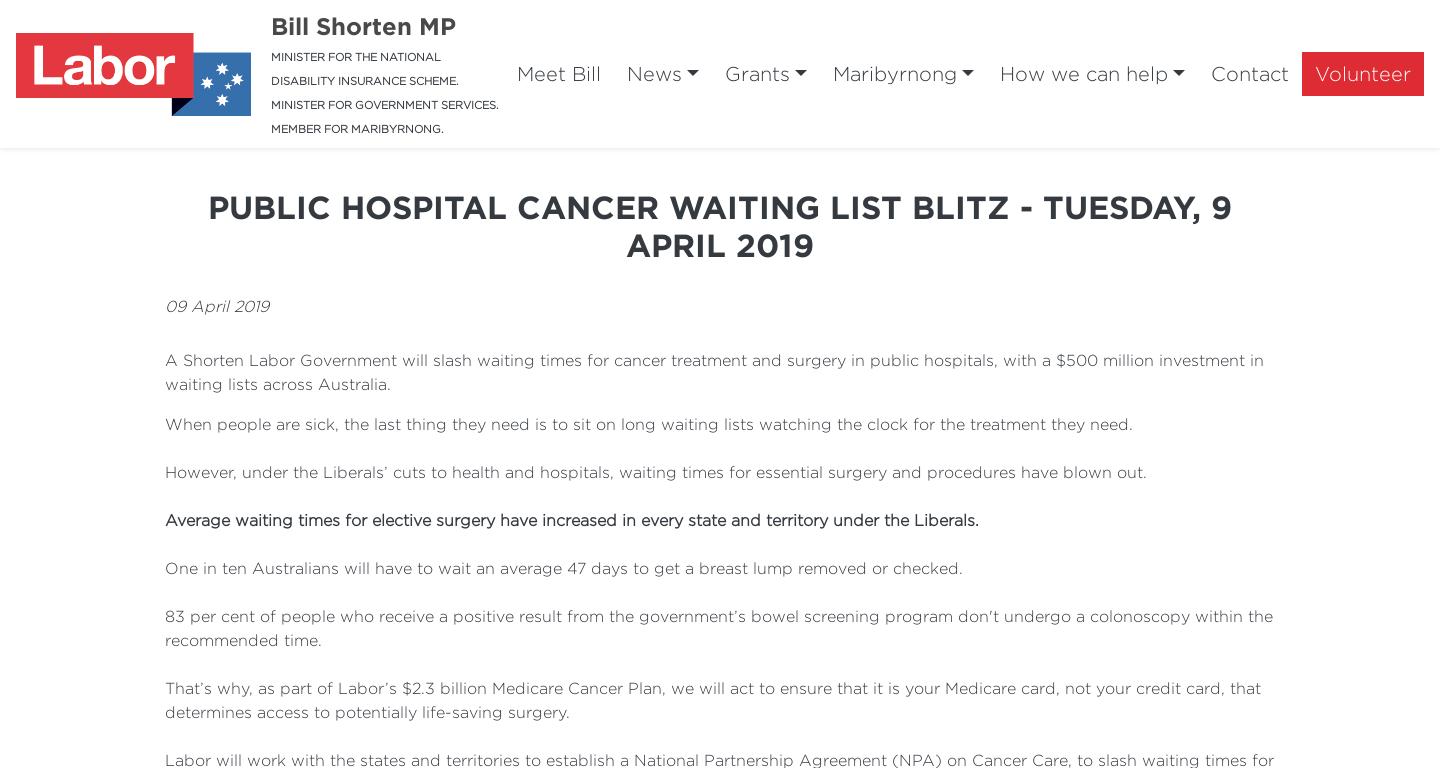 The image size is (1440, 768). Describe the element at coordinates (269, 104) in the screenshot. I see `'MINISTER FOR GOVERNMENT SERVICES.'` at that location.